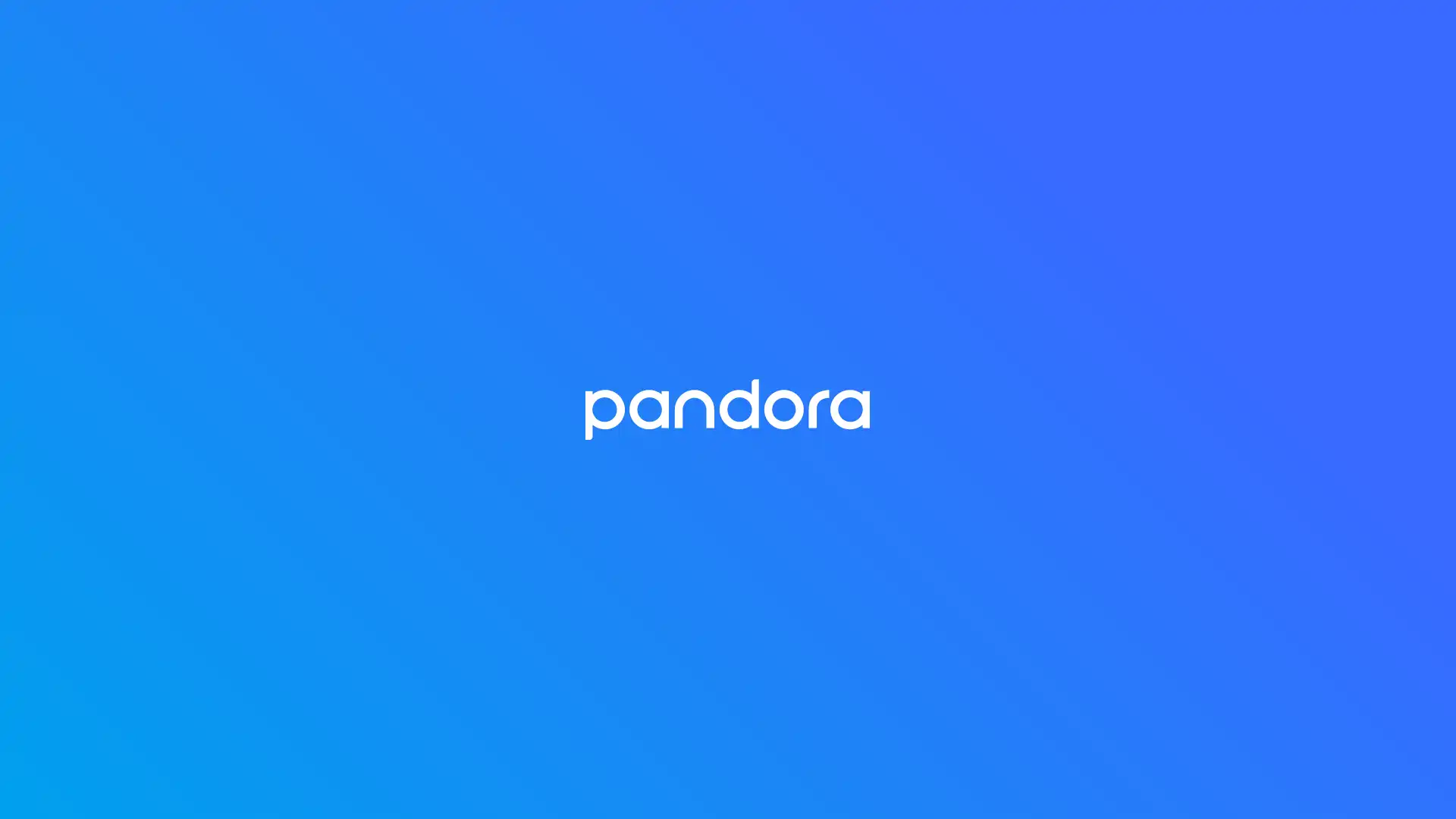  Describe the element at coordinates (1256, 807) in the screenshot. I see `30:42` at that location.